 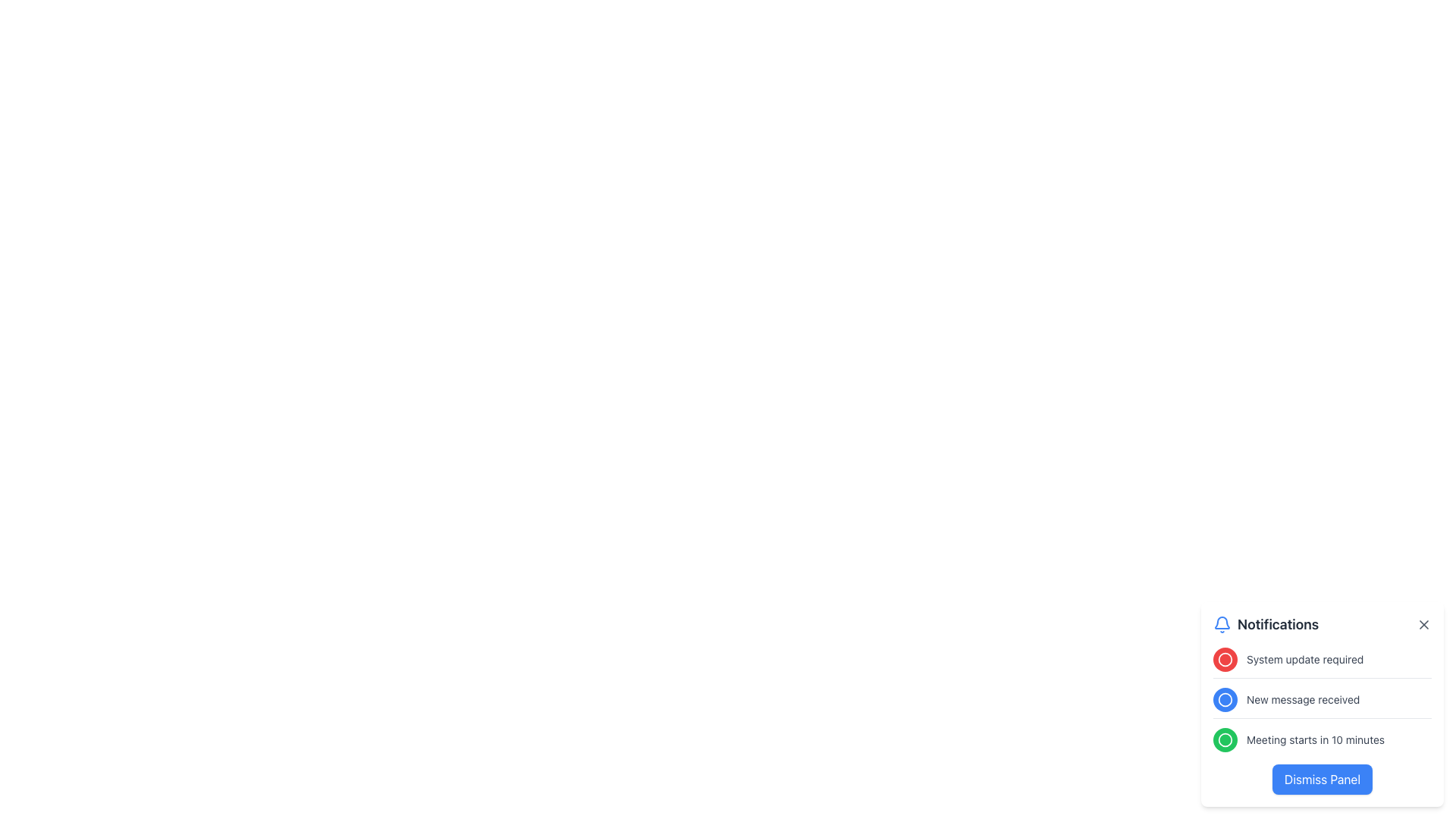 What do you see at coordinates (1225, 699) in the screenshot?
I see `the blue circular icon with a white circle inside, located beside the text 'New message received' in the notification panel` at bounding box center [1225, 699].